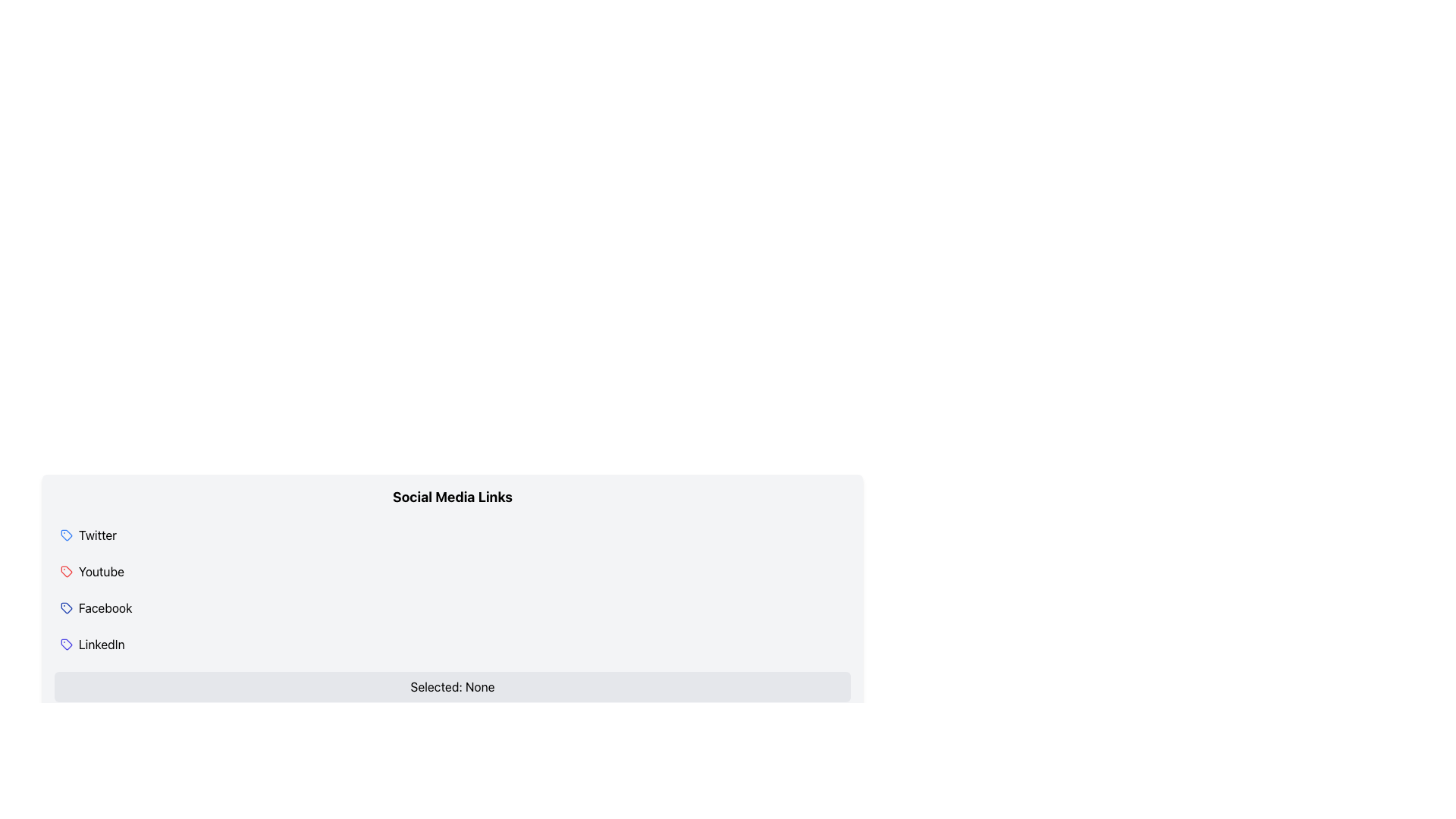 The image size is (1456, 819). Describe the element at coordinates (65, 571) in the screenshot. I see `the red tag icon located to the left of the 'Youtube' text in the 'Social Media Links' section` at that location.